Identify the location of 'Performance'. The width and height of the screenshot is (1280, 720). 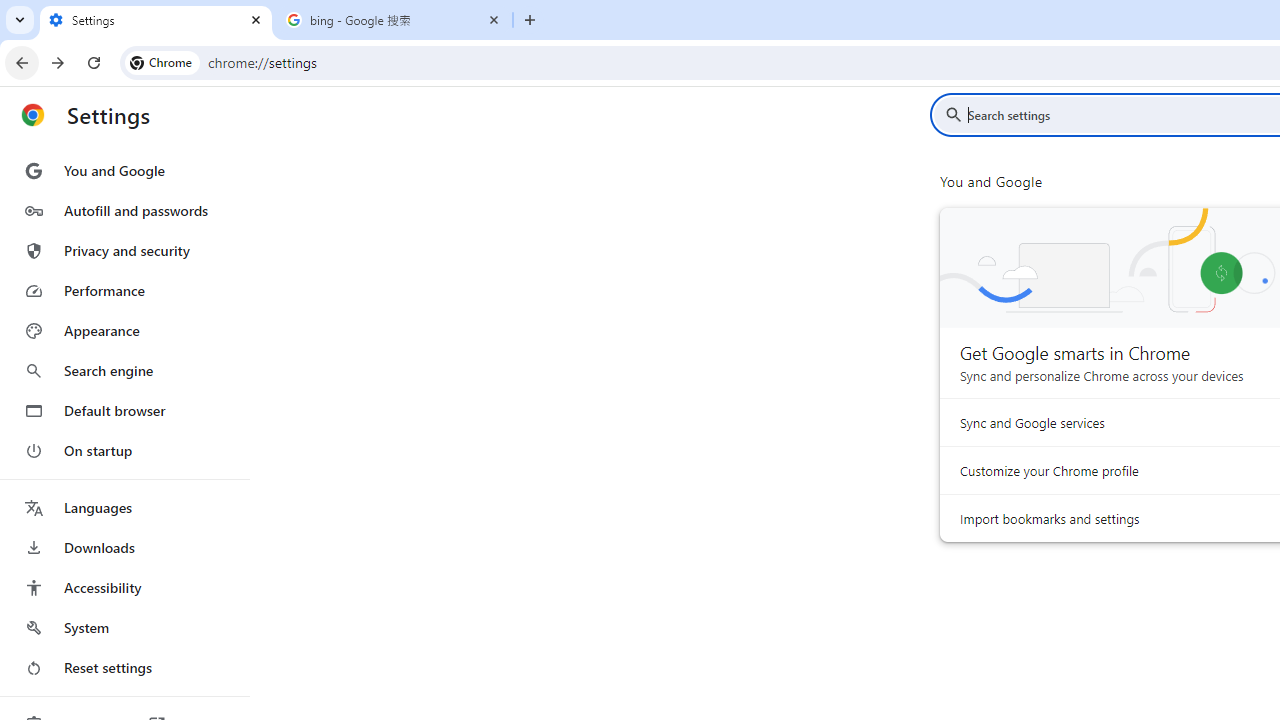
(123, 290).